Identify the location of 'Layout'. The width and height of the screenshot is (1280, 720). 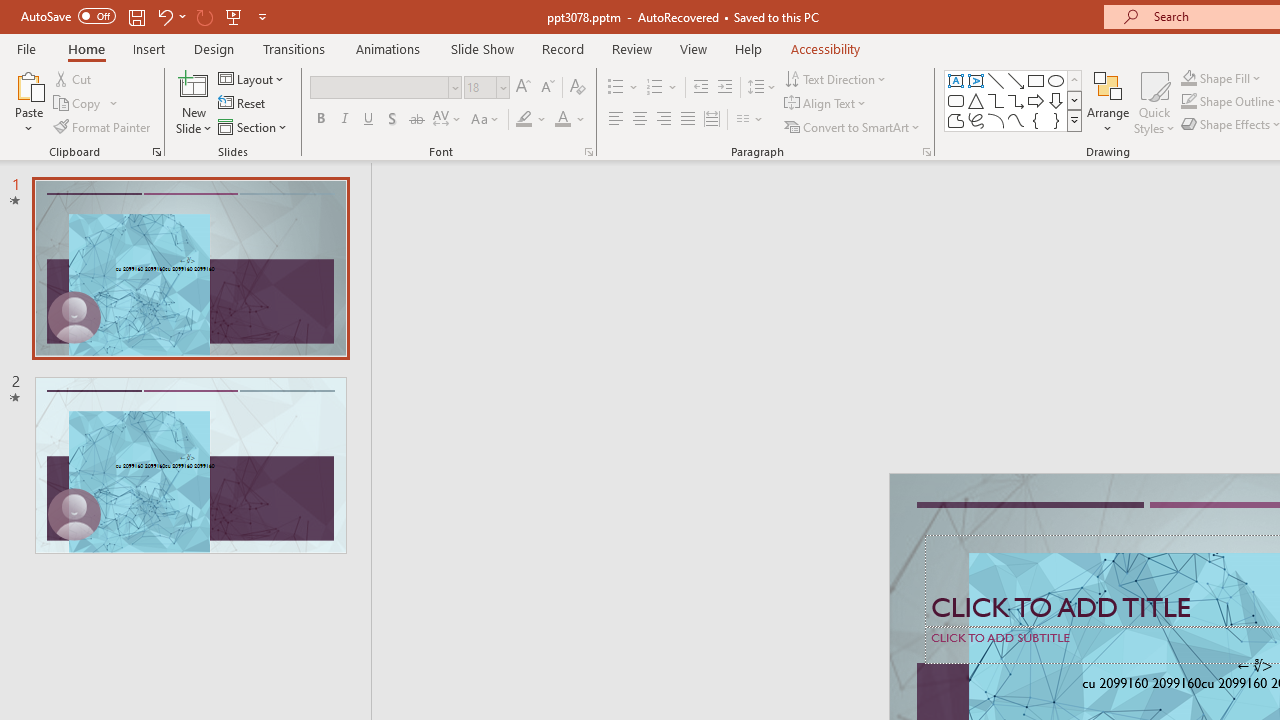
(251, 78).